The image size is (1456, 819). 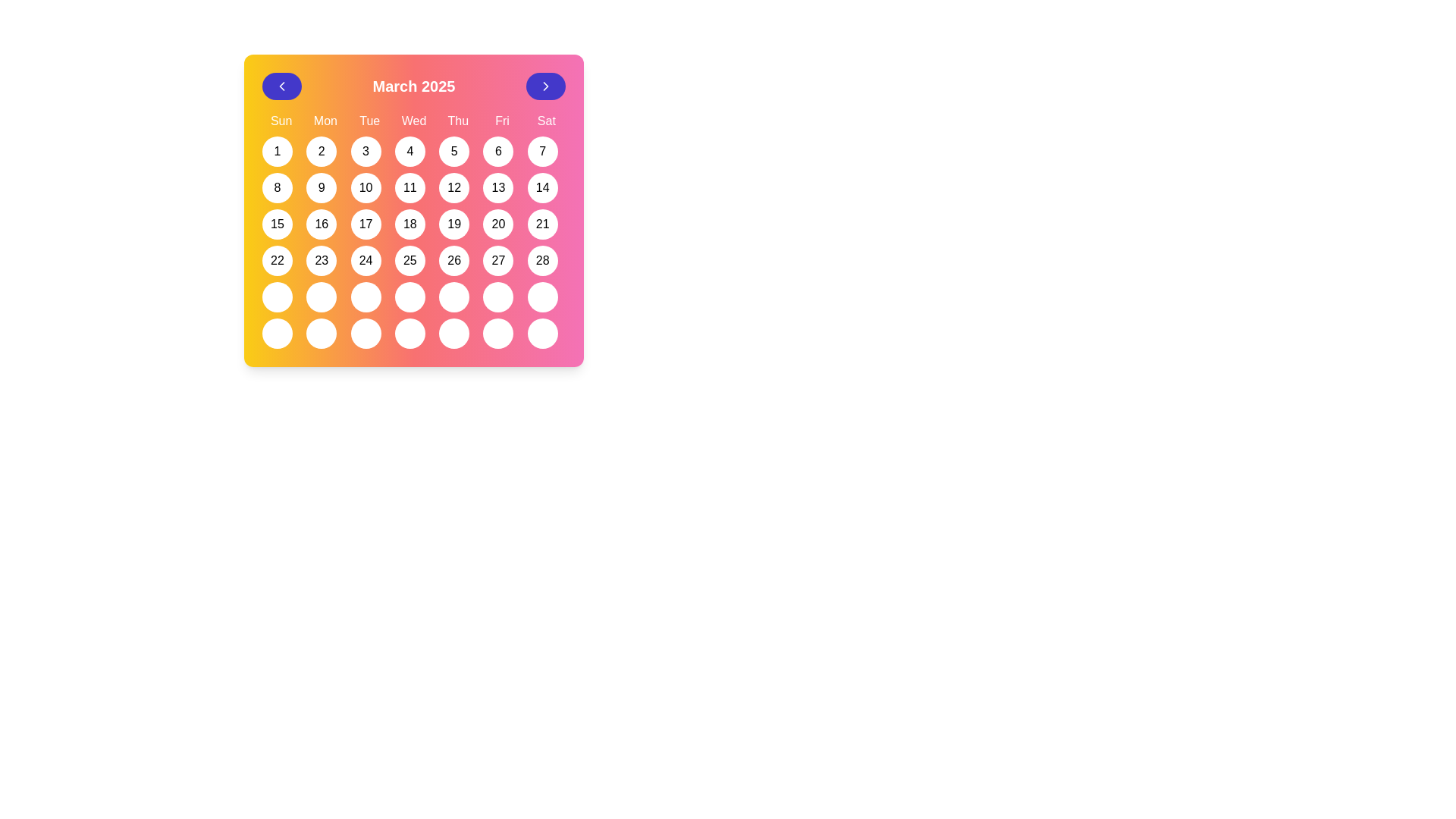 What do you see at coordinates (366, 224) in the screenshot?
I see `the button representing the 17th day of the month in the calendar interface` at bounding box center [366, 224].